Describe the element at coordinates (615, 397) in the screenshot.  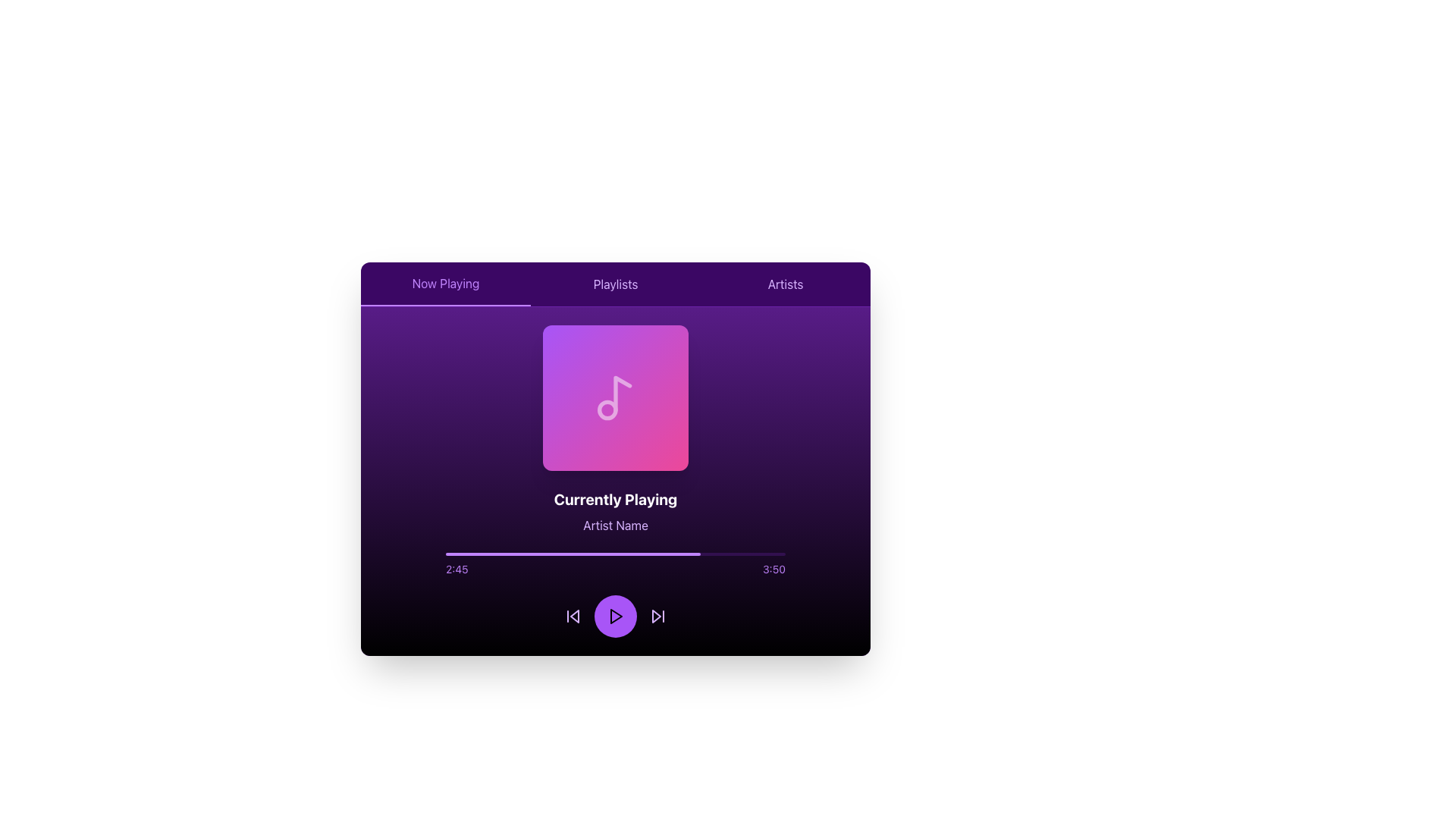
I see `the visual card representing the album cover in the media-playing interface, which is centrally positioned and serves an informational purpose` at that location.